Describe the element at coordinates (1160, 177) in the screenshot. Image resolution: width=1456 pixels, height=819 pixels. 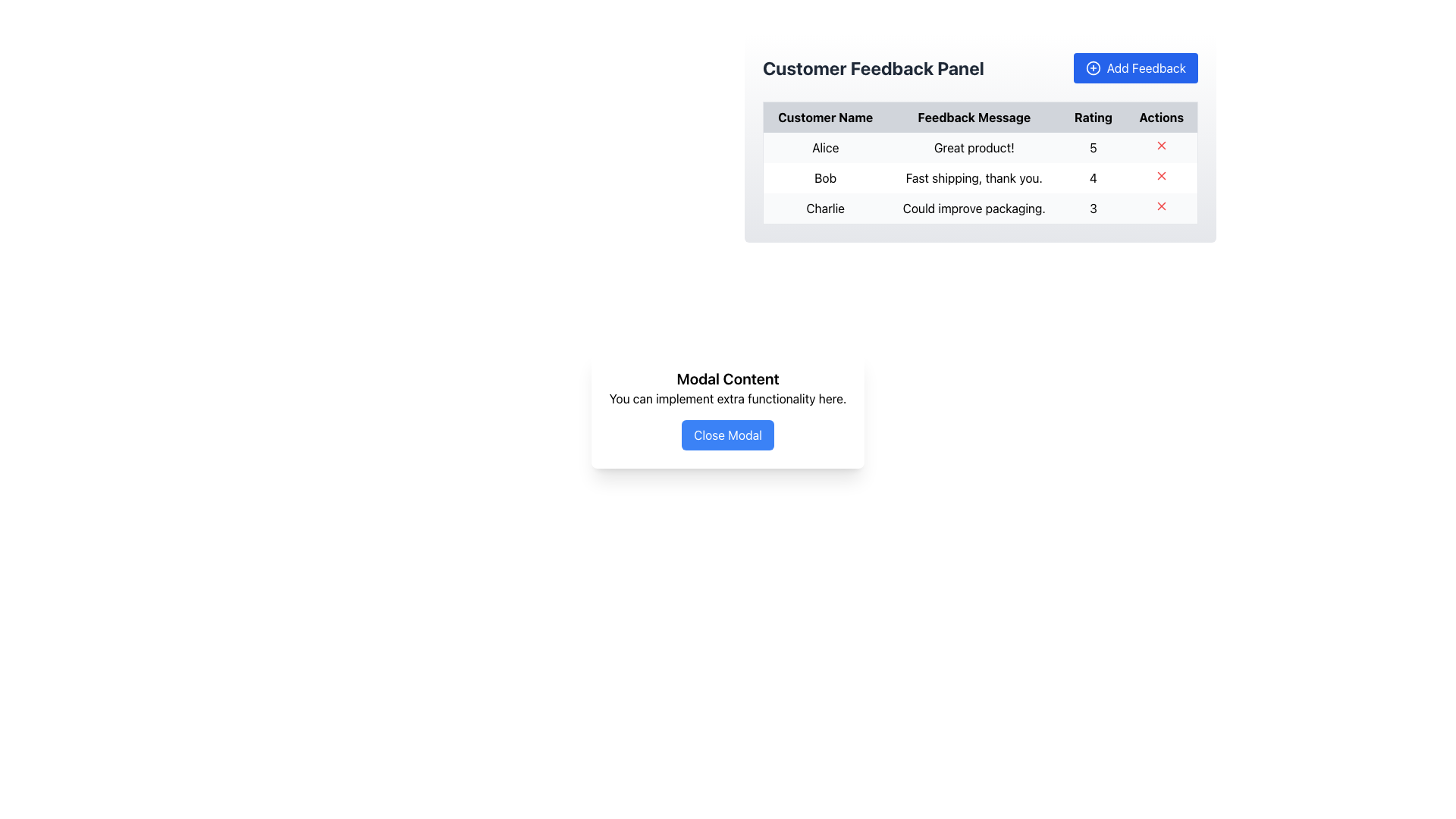
I see `the red 'X' icon button in the 'Actions' column of the table row associated with user 'Bob'` at that location.